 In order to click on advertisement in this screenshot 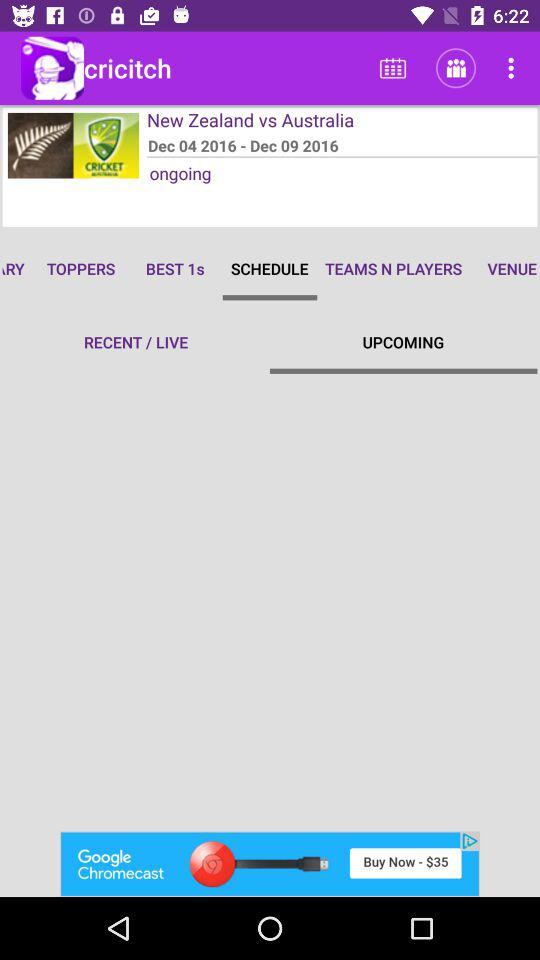, I will do `click(270, 863)`.